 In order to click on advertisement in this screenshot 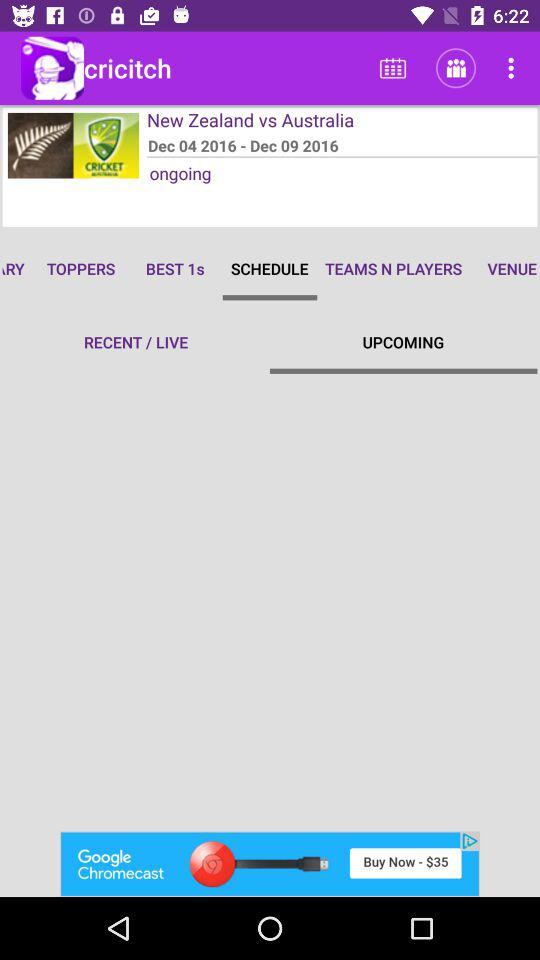, I will do `click(270, 863)`.